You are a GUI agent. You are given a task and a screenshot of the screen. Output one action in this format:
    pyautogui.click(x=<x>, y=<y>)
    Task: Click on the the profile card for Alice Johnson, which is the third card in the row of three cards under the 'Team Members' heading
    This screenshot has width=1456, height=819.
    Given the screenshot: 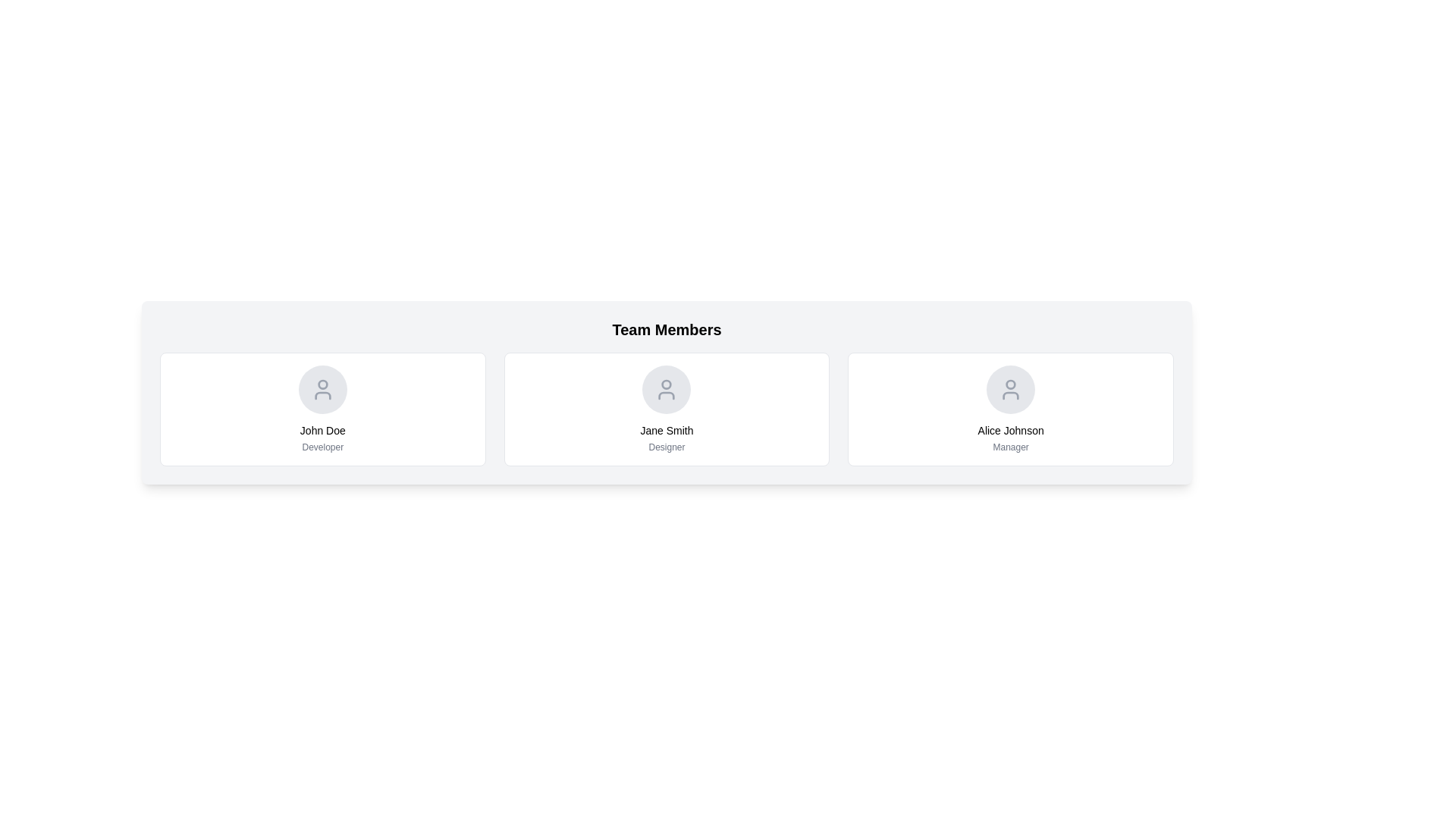 What is the action you would take?
    pyautogui.click(x=1011, y=409)
    